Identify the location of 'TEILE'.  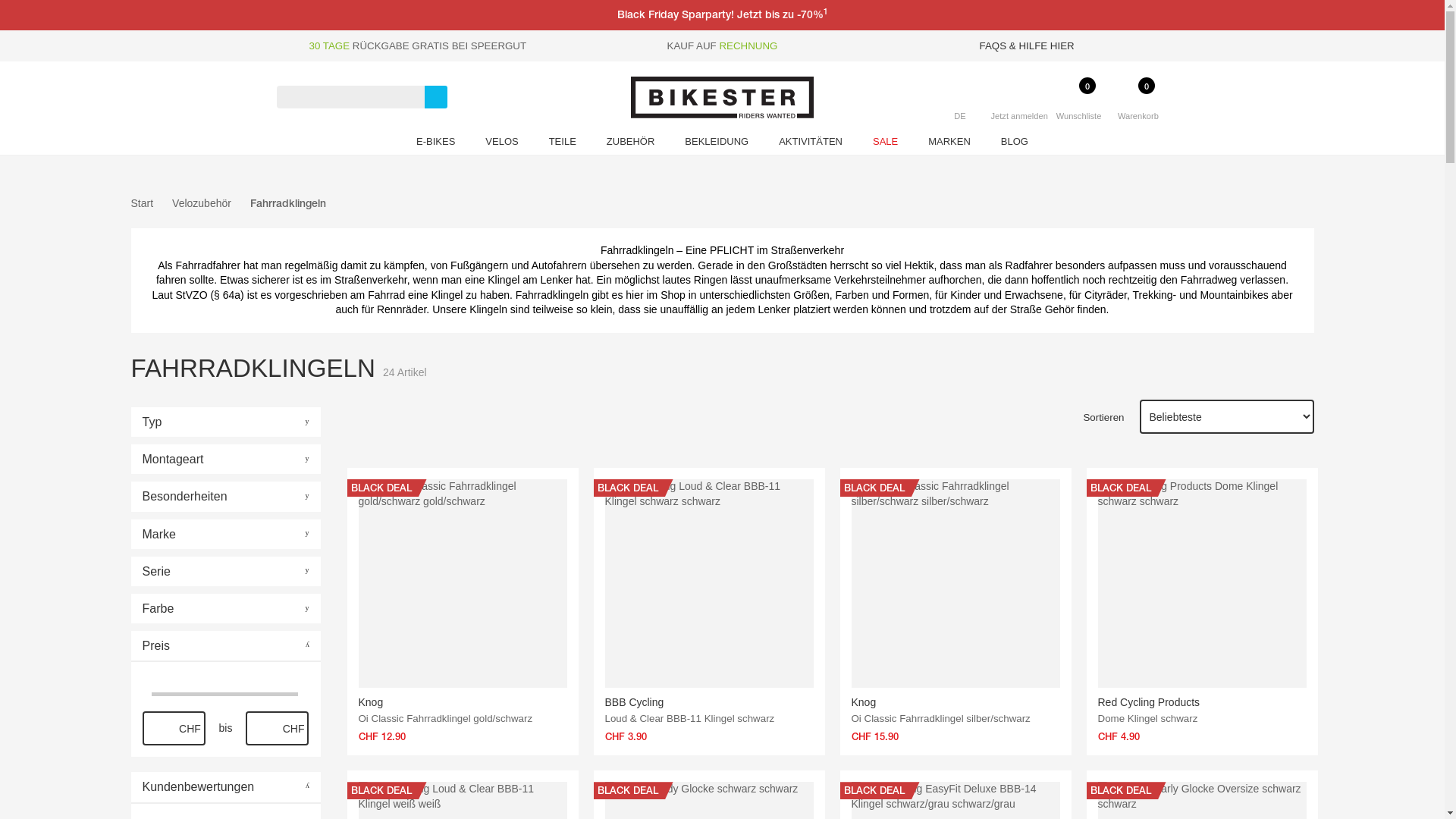
(562, 143).